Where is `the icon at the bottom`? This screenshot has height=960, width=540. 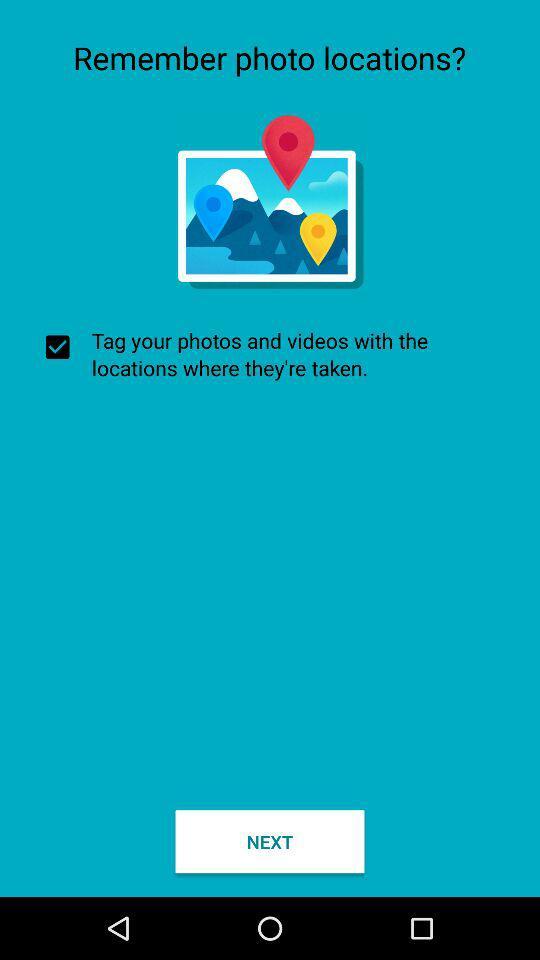
the icon at the bottom is located at coordinates (270, 840).